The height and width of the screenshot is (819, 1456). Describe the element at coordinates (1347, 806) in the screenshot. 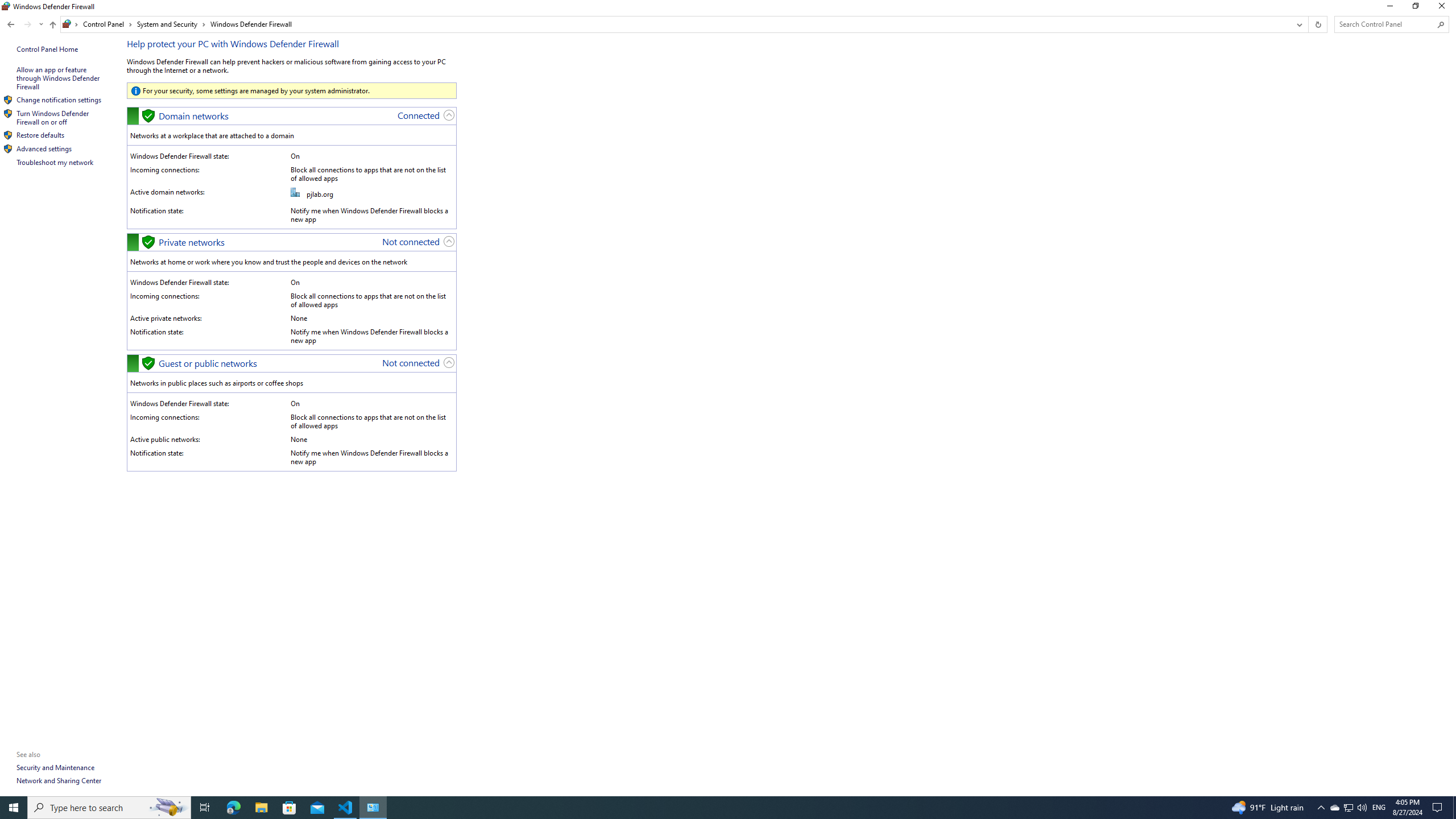

I see `'User Promoted Notification Area'` at that location.